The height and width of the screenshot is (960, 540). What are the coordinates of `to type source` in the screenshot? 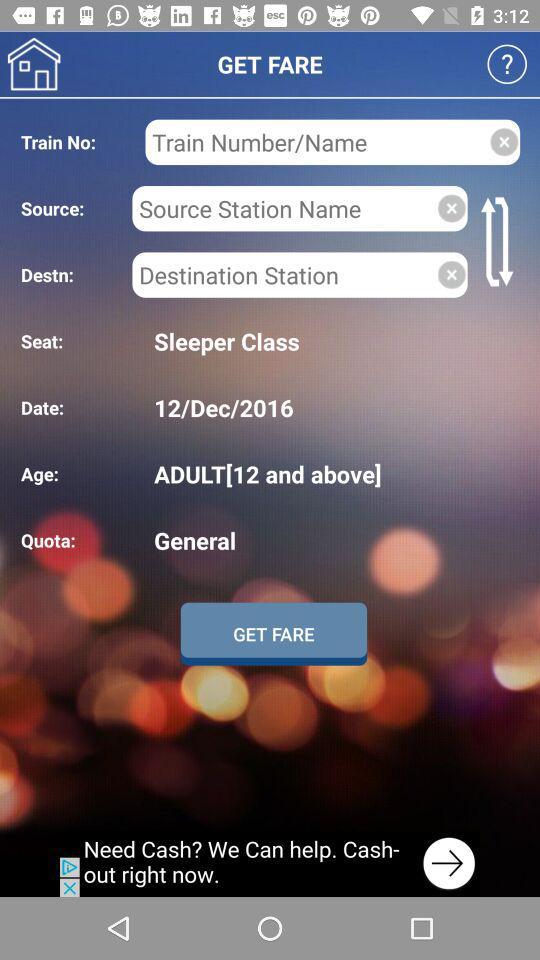 It's located at (283, 208).